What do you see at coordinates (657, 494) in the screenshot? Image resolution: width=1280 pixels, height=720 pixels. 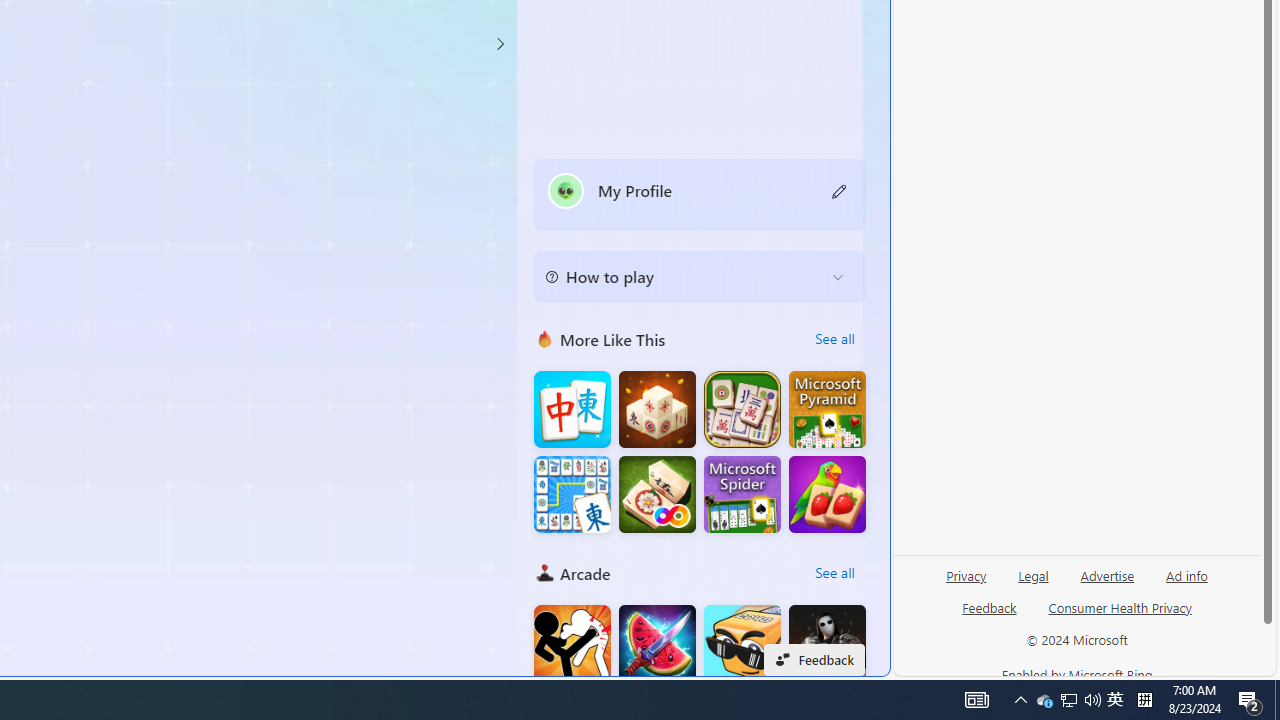 I see `'Mahjong FRVR'` at bounding box center [657, 494].